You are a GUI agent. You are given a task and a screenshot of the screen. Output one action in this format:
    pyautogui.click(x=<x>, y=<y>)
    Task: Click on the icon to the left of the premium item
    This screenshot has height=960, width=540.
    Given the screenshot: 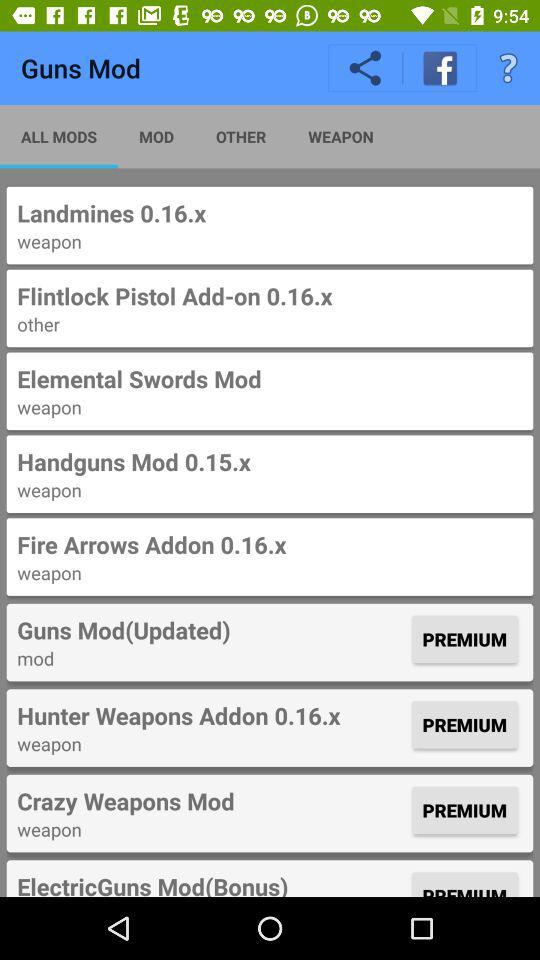 What is the action you would take?
    pyautogui.click(x=211, y=801)
    